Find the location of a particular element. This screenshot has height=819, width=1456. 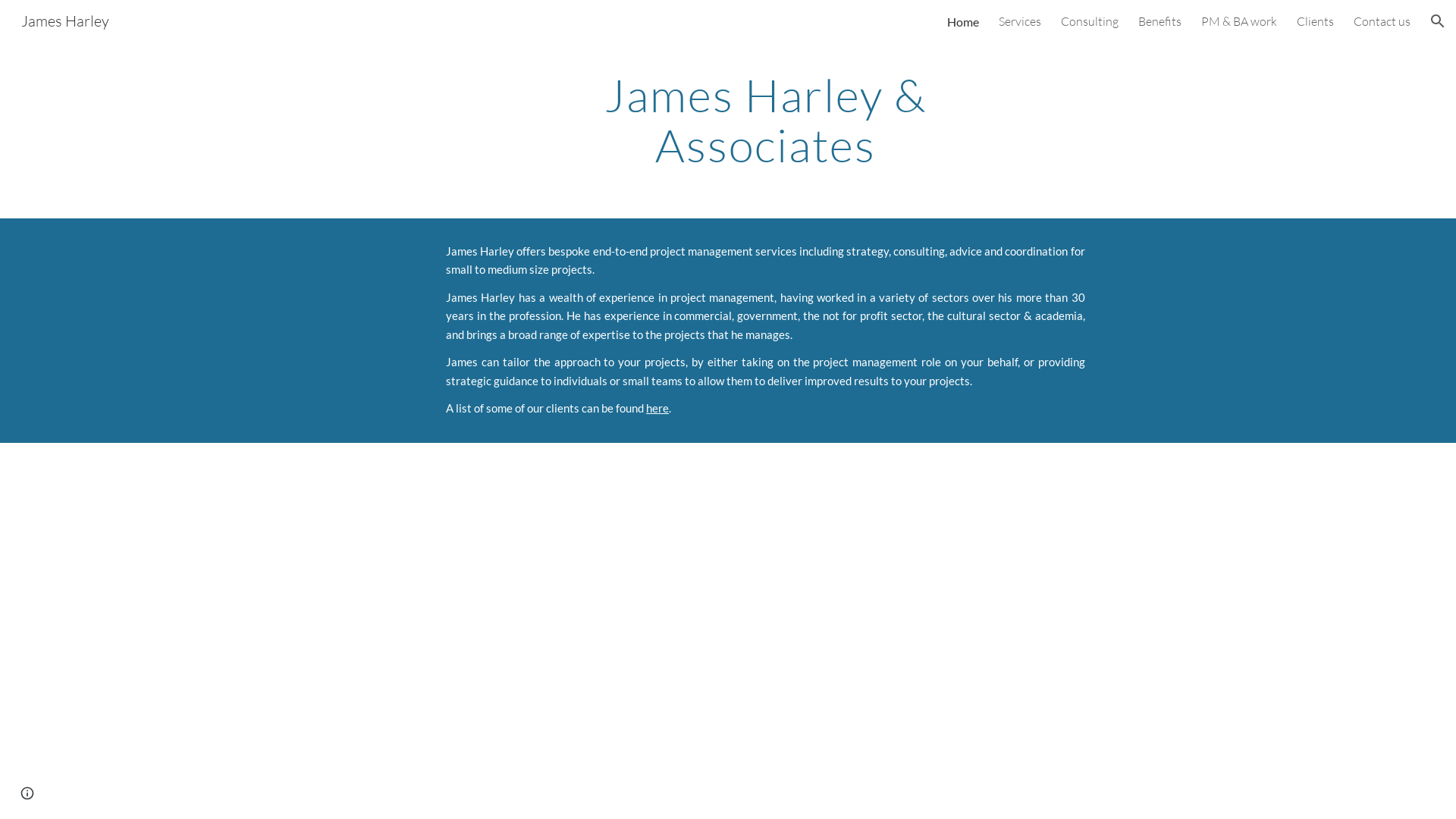

'here' is located at coordinates (645, 407).